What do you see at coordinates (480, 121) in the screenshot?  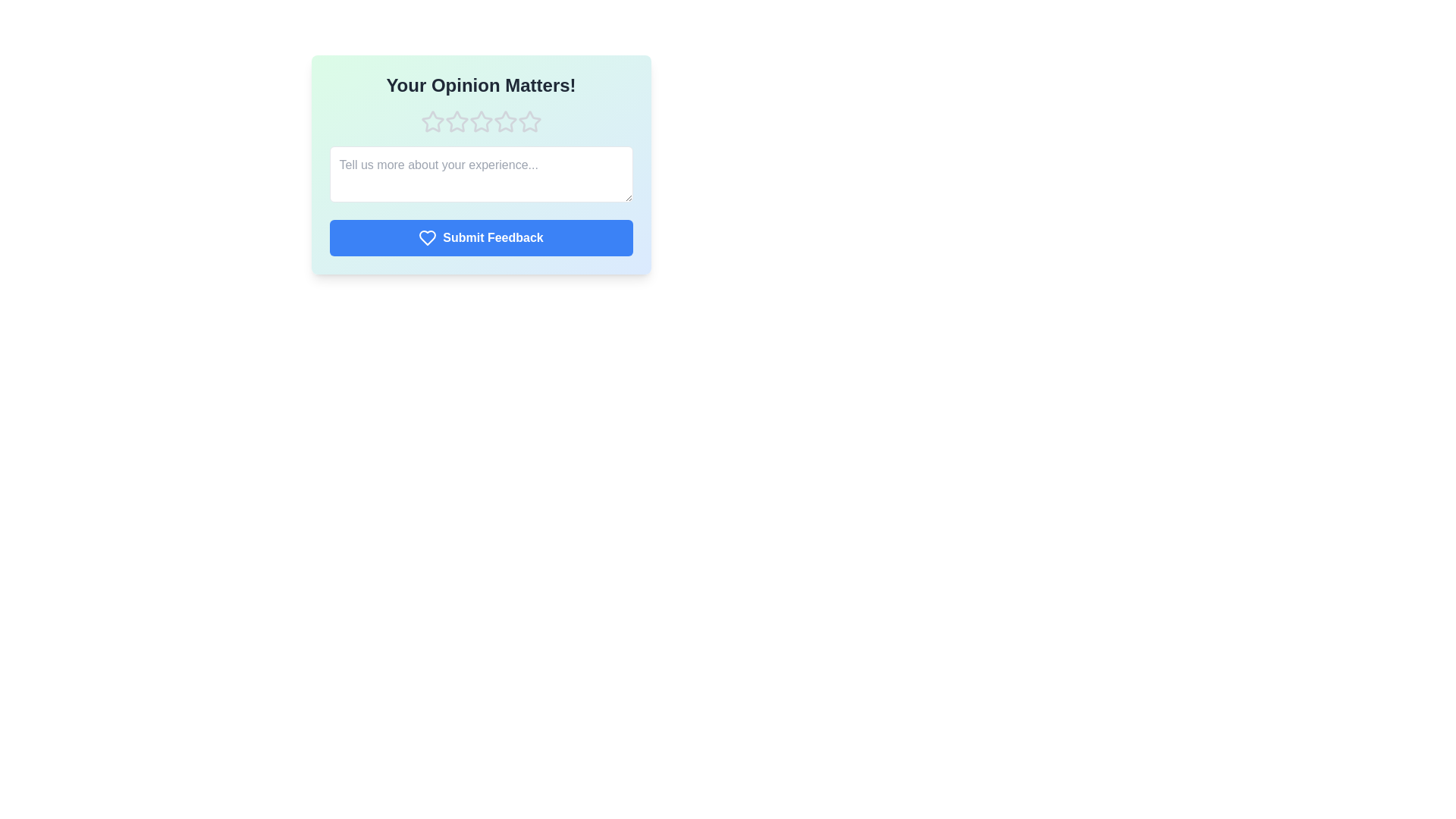 I see `the second star in the rating system for accessibility navigation, located beneath the heading 'Your Opinion Matters!' and above the text input field` at bounding box center [480, 121].